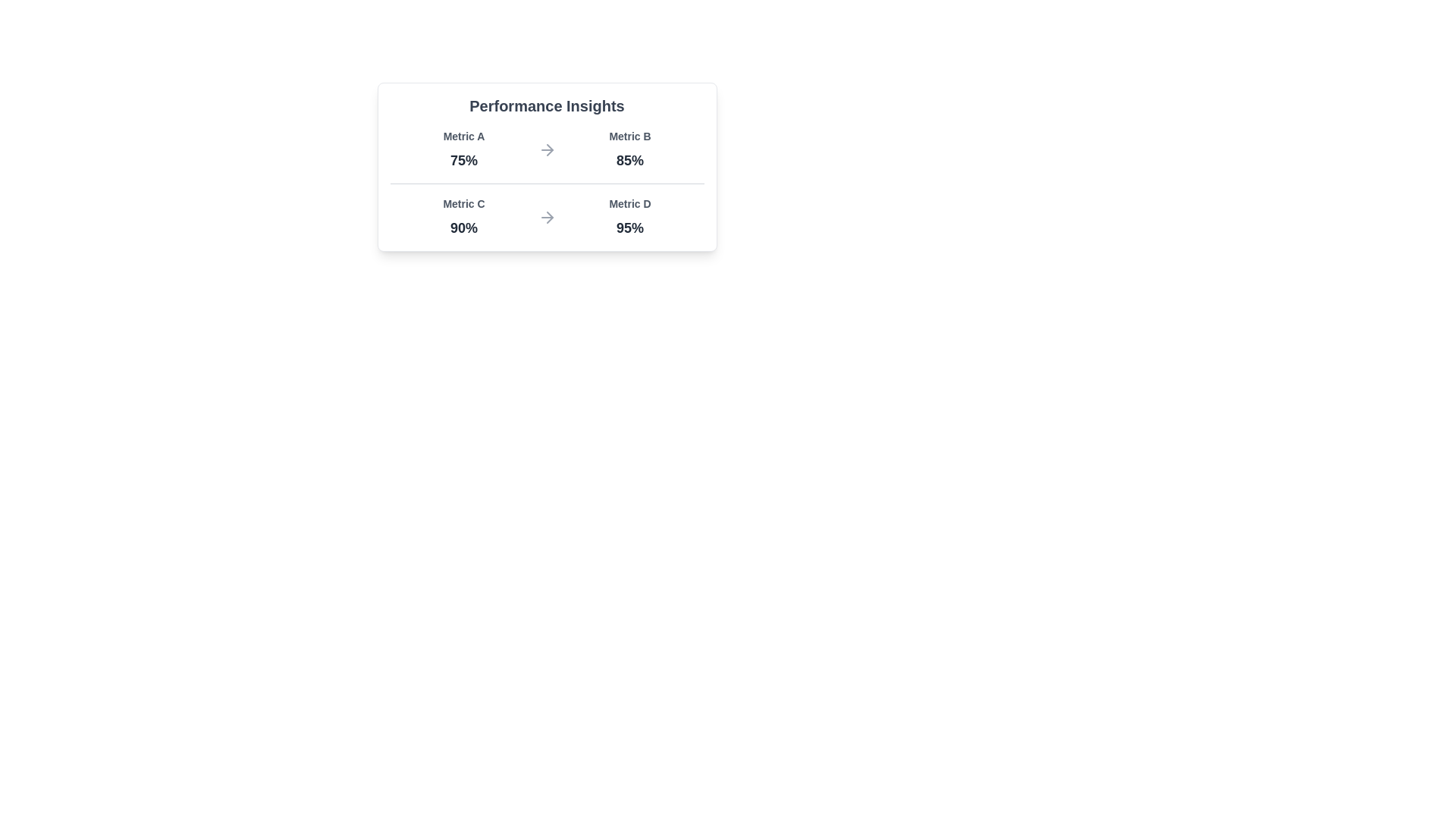 The width and height of the screenshot is (1456, 819). Describe the element at coordinates (629, 161) in the screenshot. I see `the static text displaying '85%' which is bold and grayish-black, located below the label 'Metric B' in the top-right quadrant of the performance insight area to invoke any tooltip if available` at that location.